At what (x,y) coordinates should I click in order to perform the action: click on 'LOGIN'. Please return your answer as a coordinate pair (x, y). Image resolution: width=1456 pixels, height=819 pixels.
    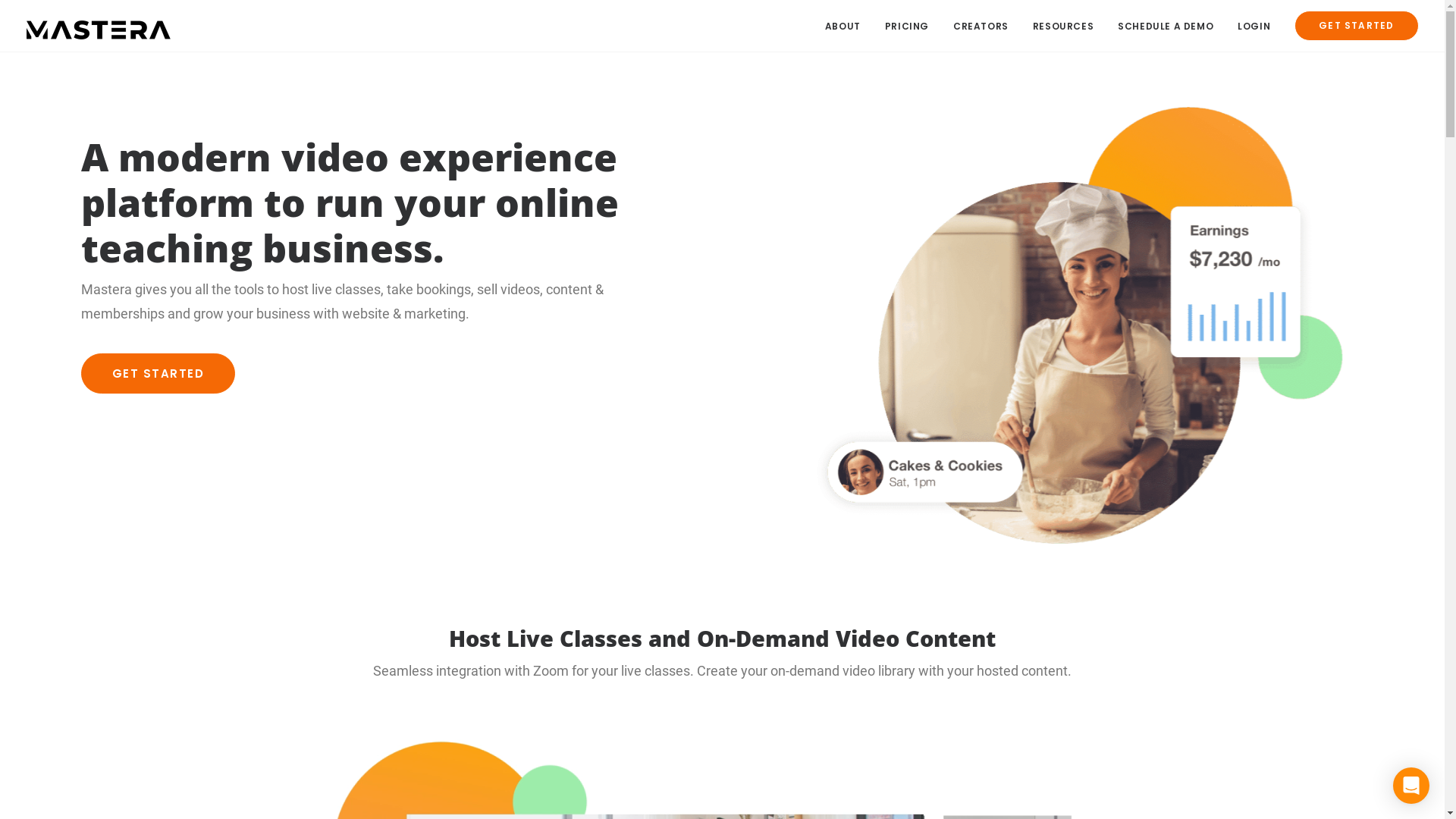
    Looking at the image, I should click on (1226, 26).